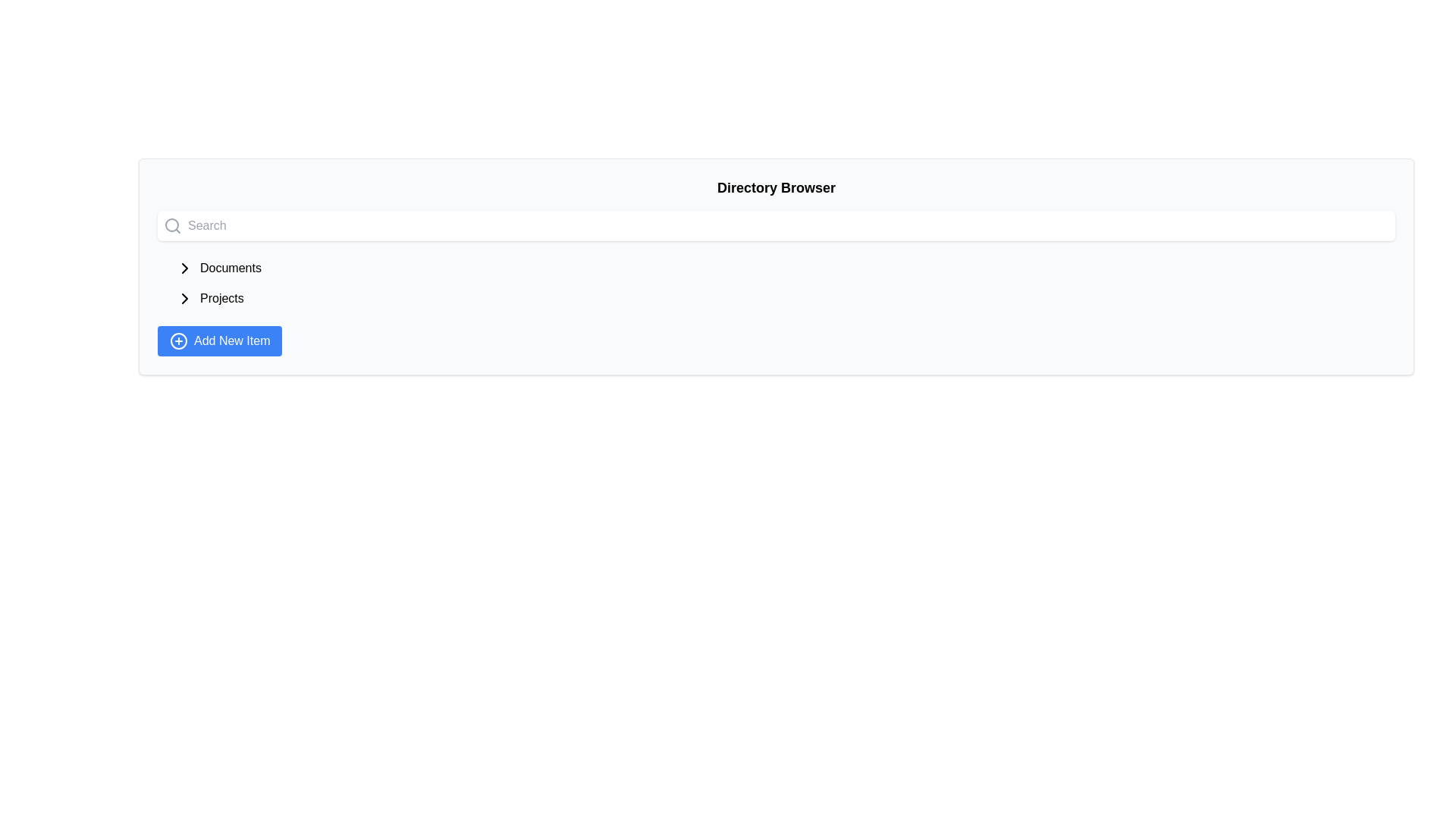 The width and height of the screenshot is (1456, 819). Describe the element at coordinates (776, 225) in the screenshot. I see `the Search input field located directly below the 'Directory Browser' title to focus on it` at that location.